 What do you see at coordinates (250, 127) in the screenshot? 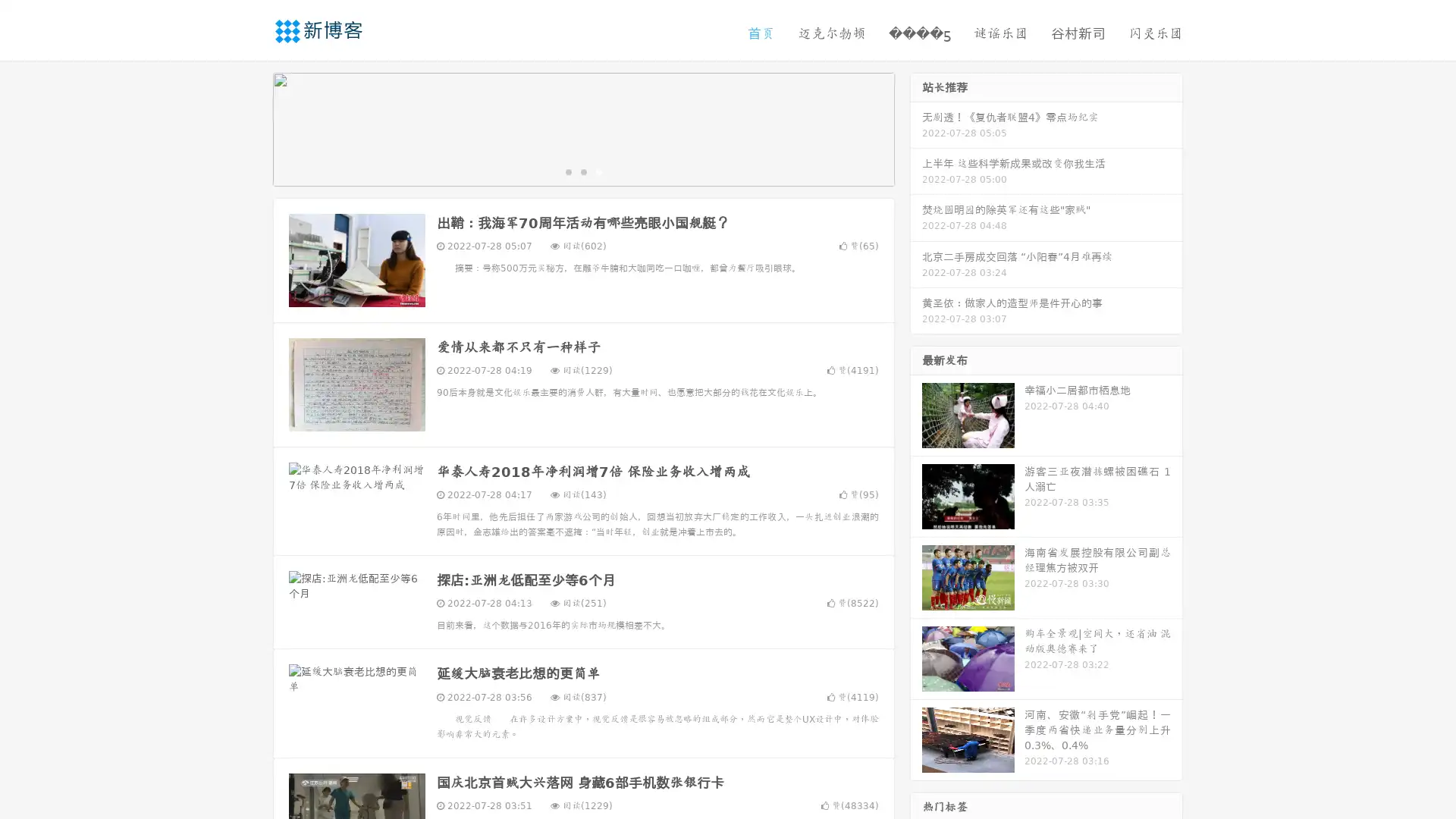
I see `Previous slide` at bounding box center [250, 127].